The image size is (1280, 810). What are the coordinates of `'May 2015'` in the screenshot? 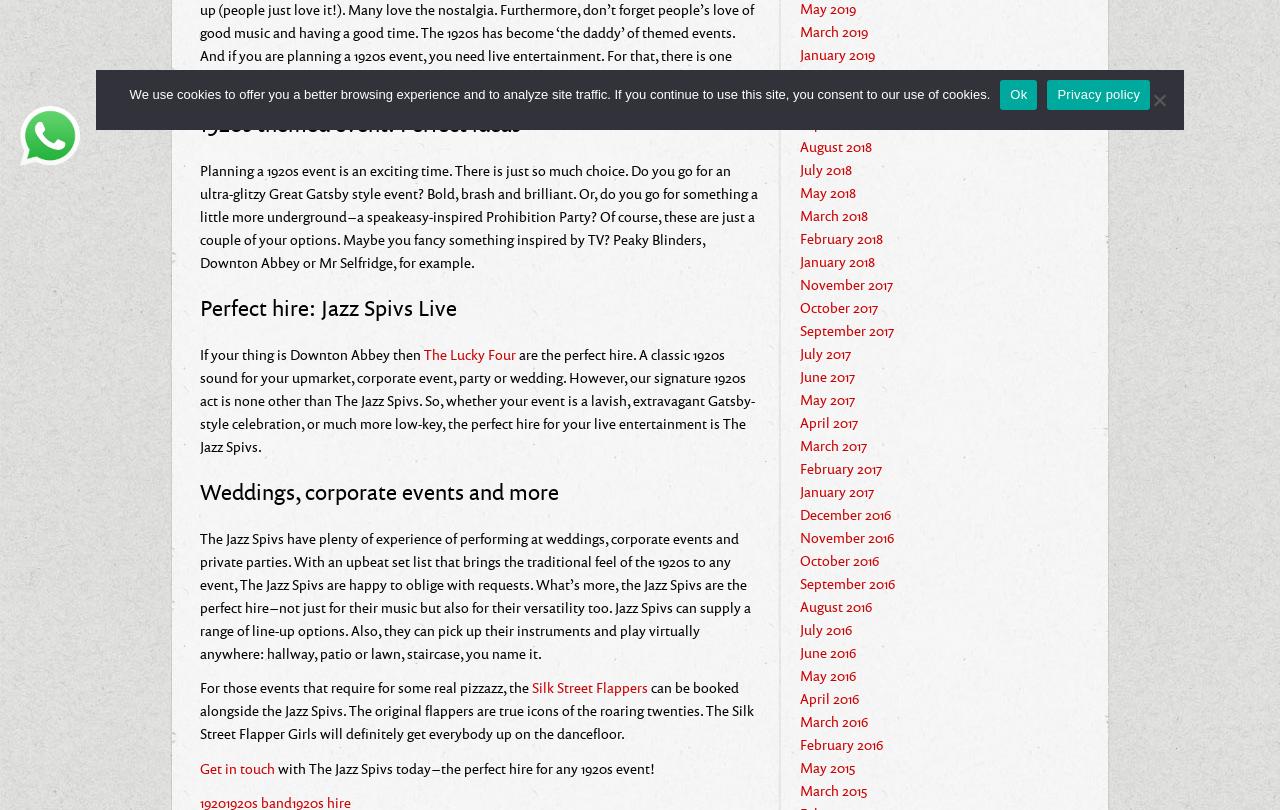 It's located at (827, 765).